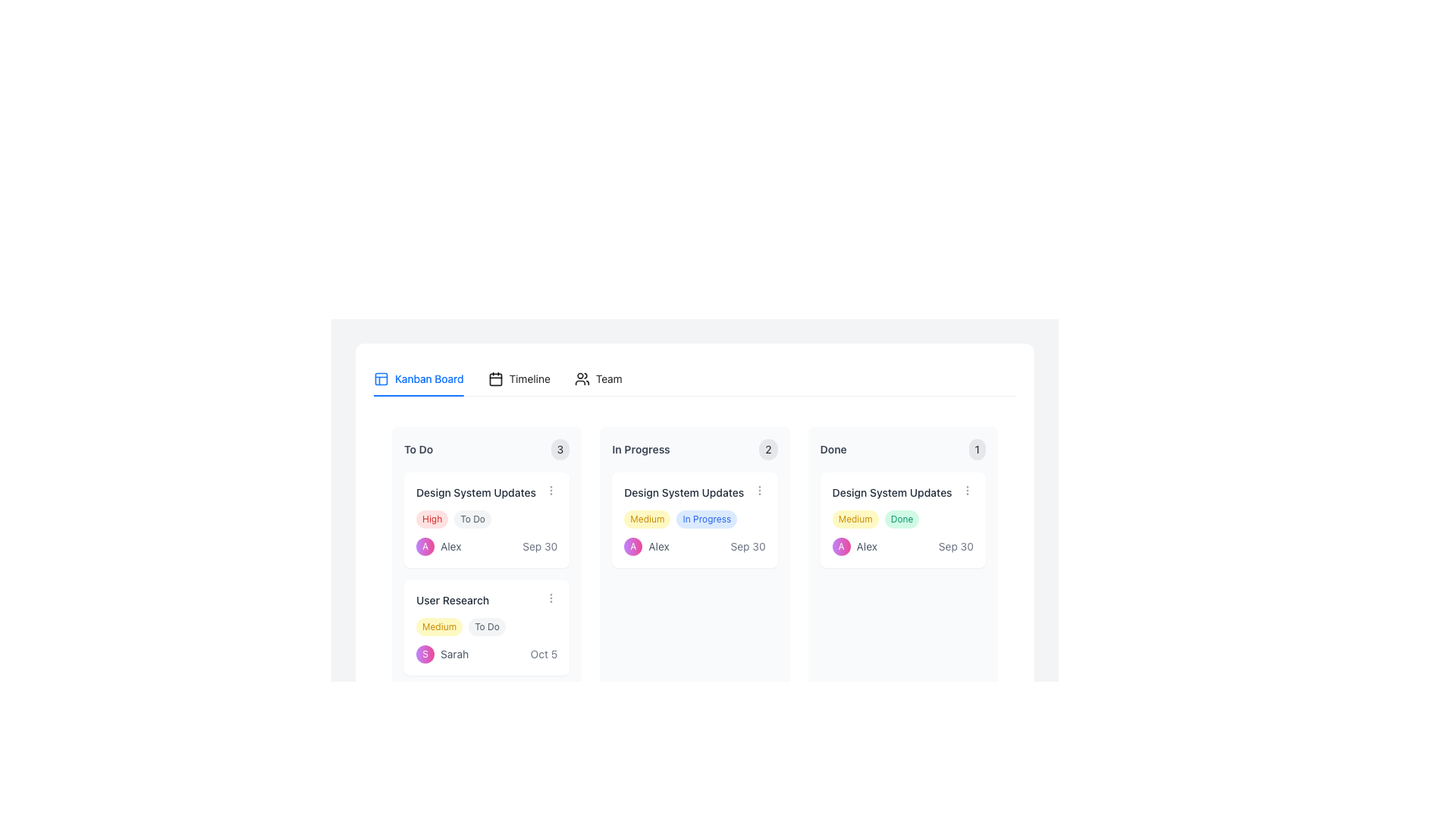 The width and height of the screenshot is (1456, 819). Describe the element at coordinates (902, 493) in the screenshot. I see `the card title label located in the upper section of a card in the 'Done' column of a Kanban board` at that location.